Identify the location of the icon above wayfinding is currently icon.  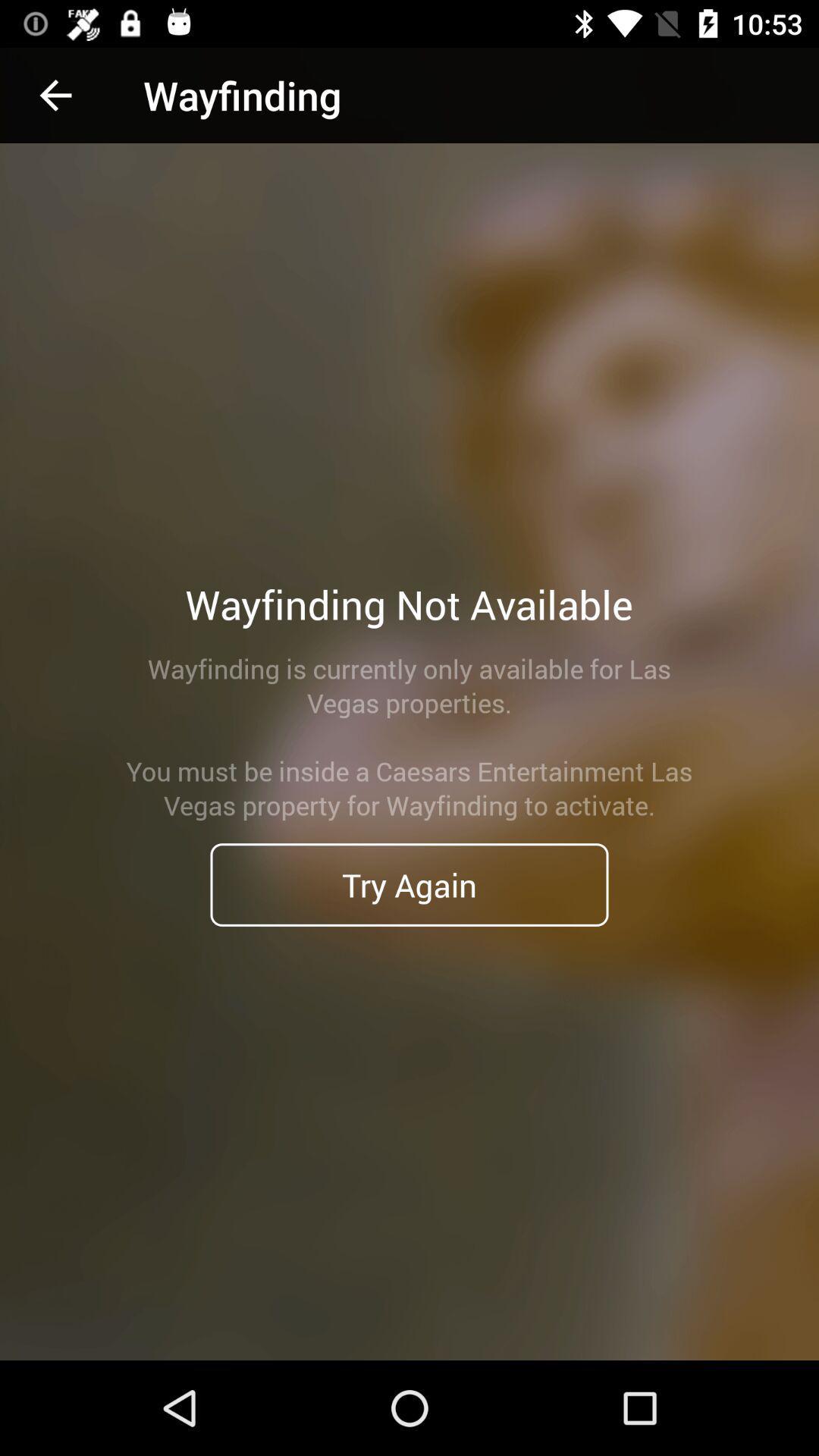
(55, 94).